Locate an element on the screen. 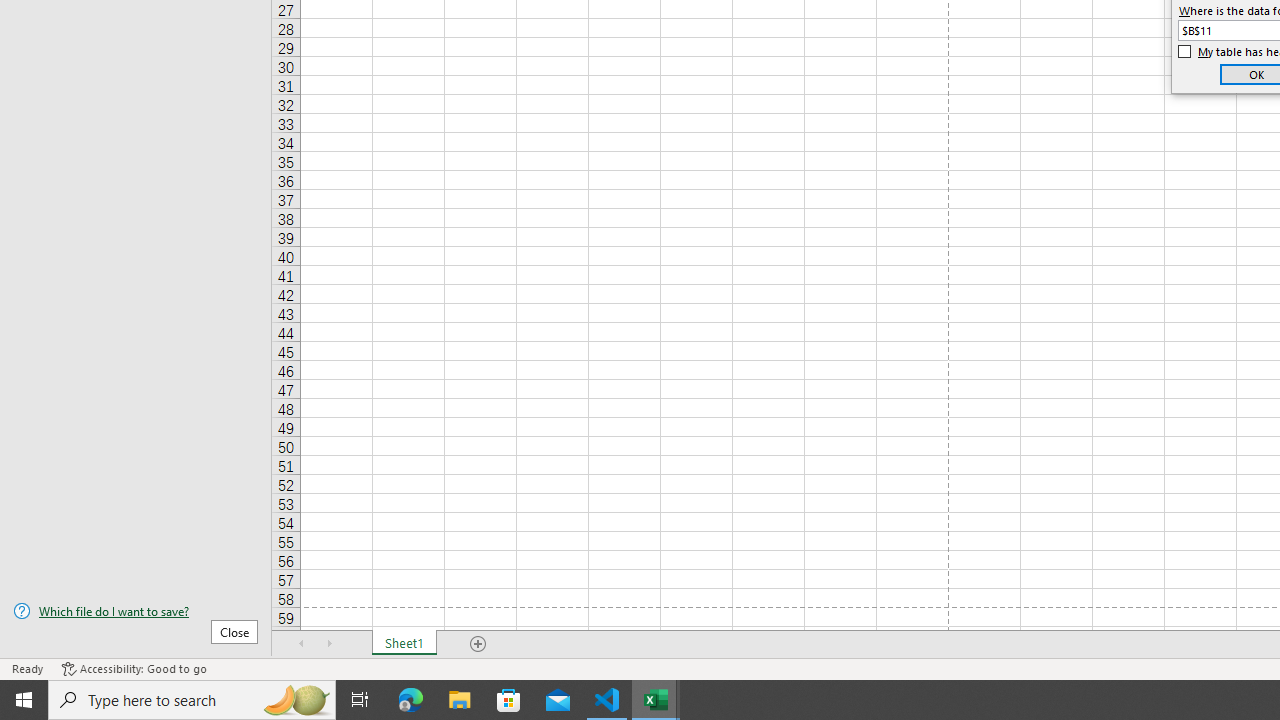  'Scroll Right' is located at coordinates (330, 644).